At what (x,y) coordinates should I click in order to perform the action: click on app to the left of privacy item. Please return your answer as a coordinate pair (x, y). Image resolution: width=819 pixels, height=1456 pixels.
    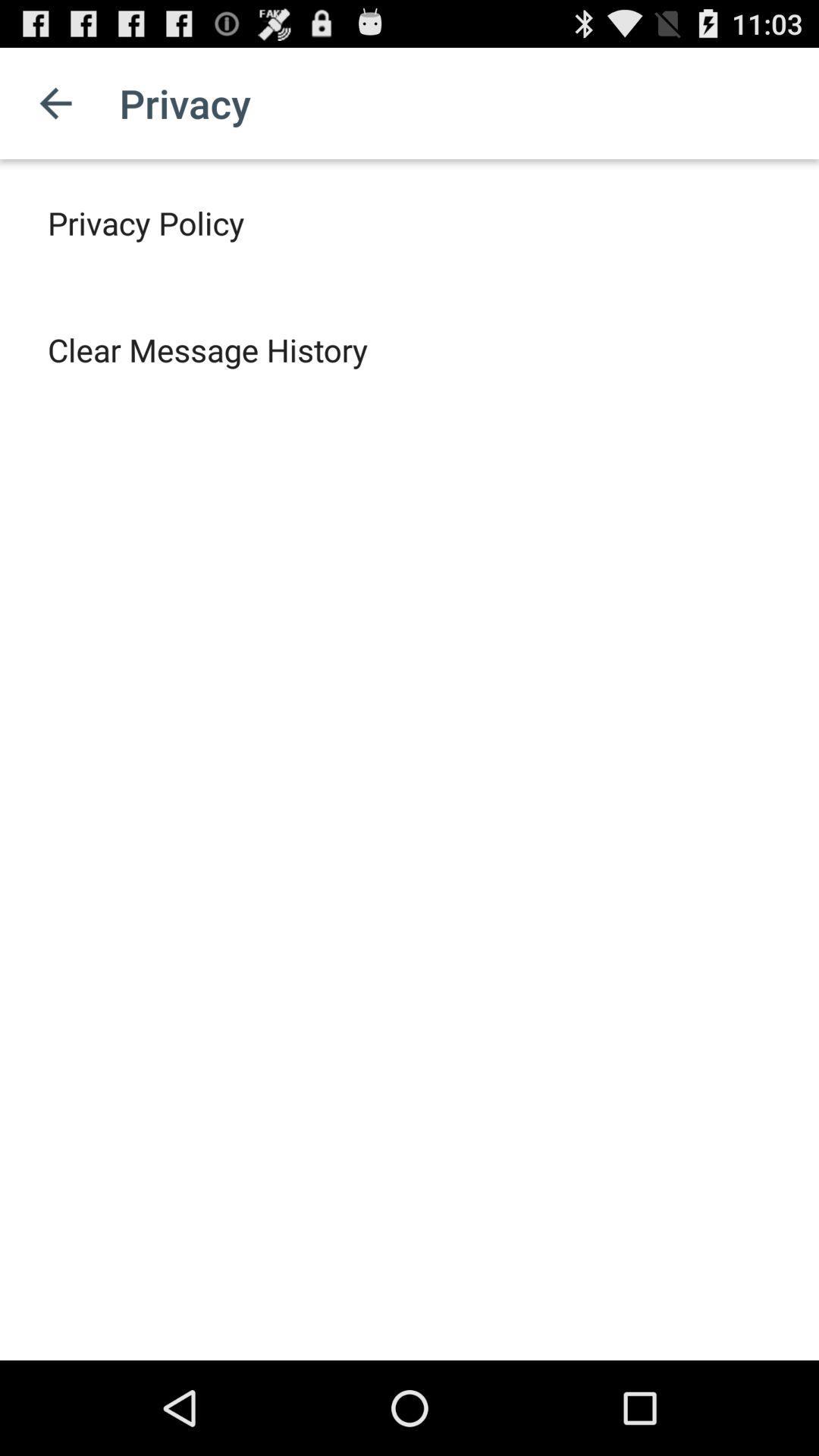
    Looking at the image, I should click on (55, 102).